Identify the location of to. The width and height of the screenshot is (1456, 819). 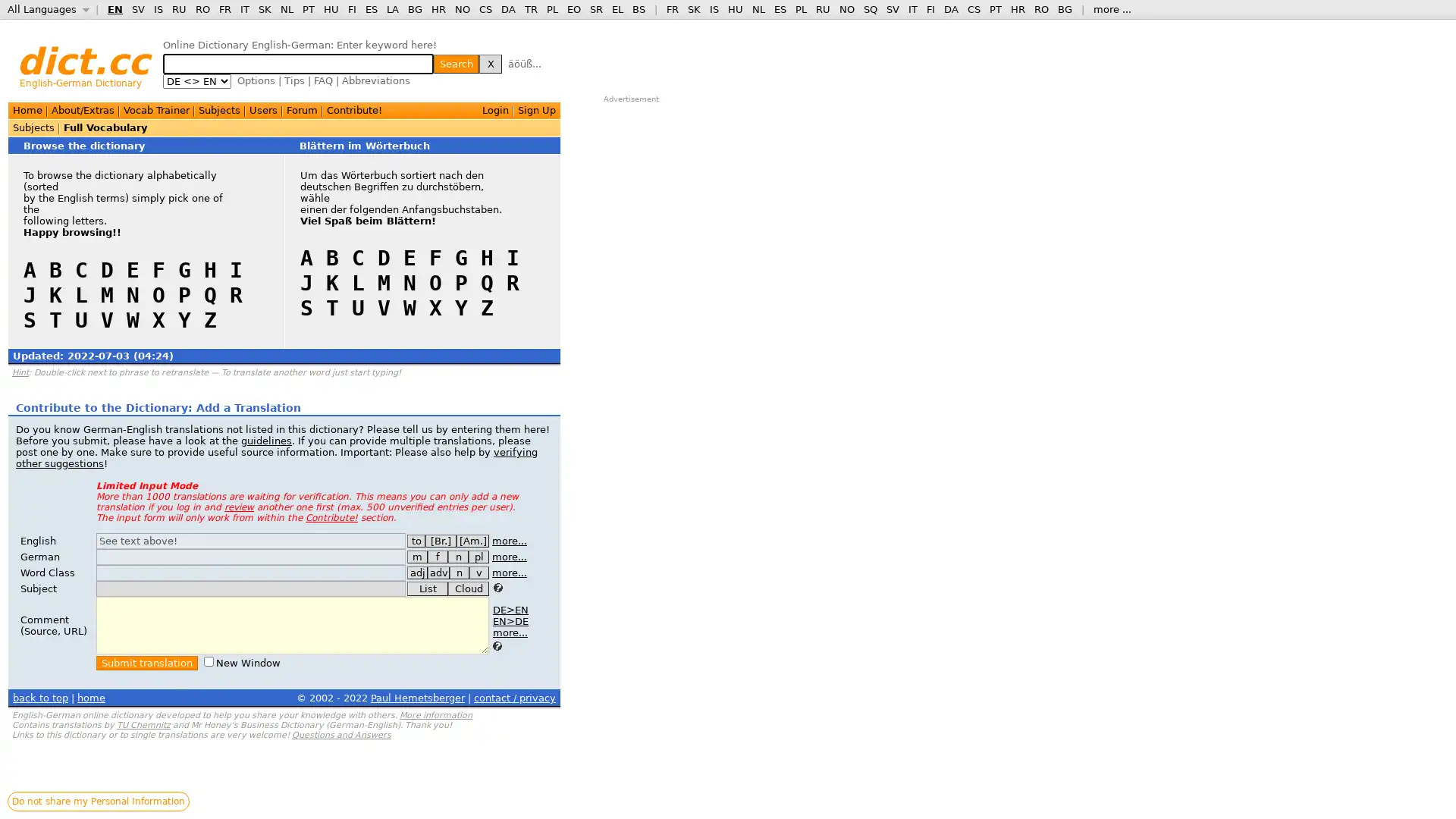
(416, 540).